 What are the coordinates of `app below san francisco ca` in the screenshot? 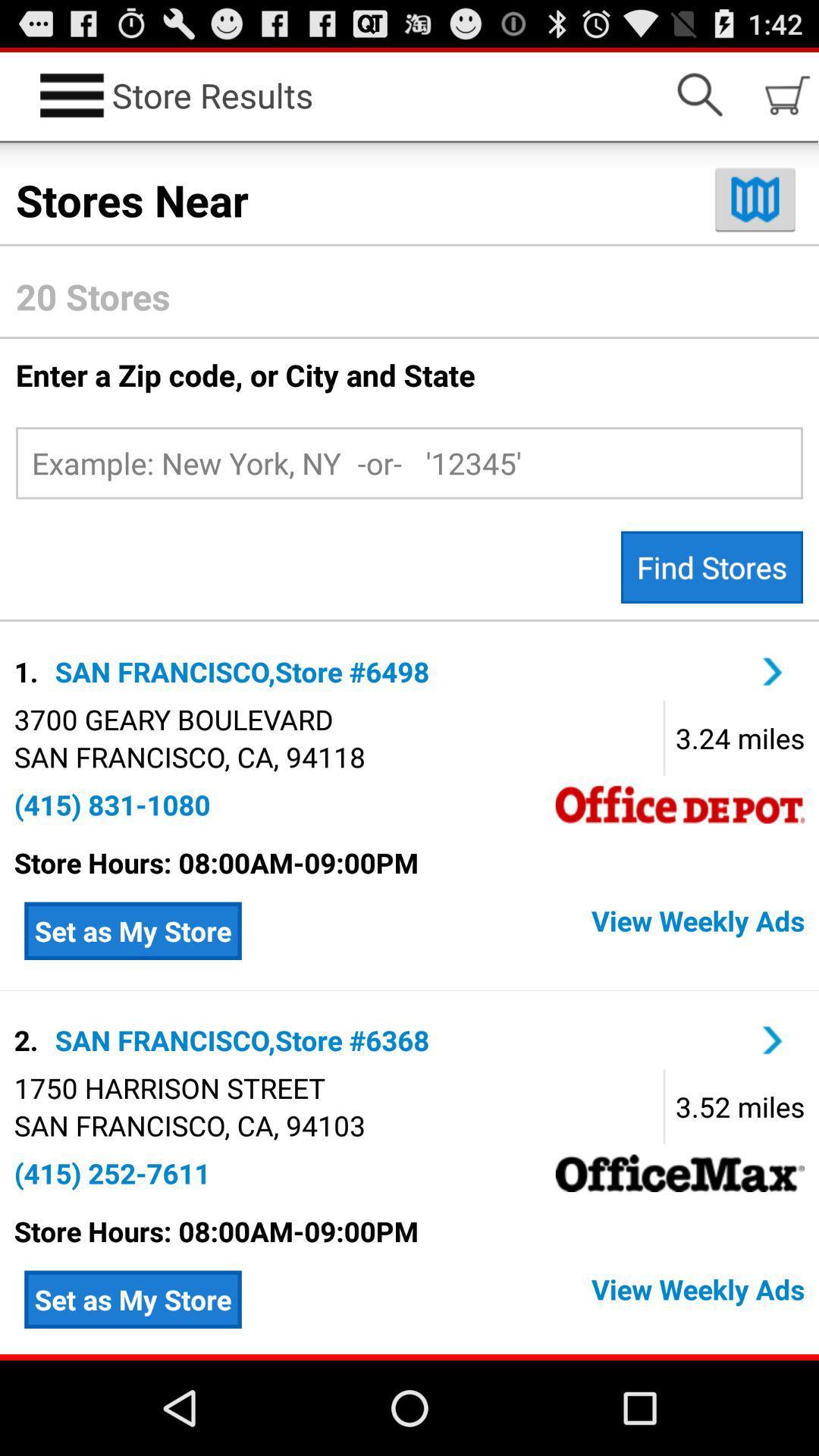 It's located at (111, 804).